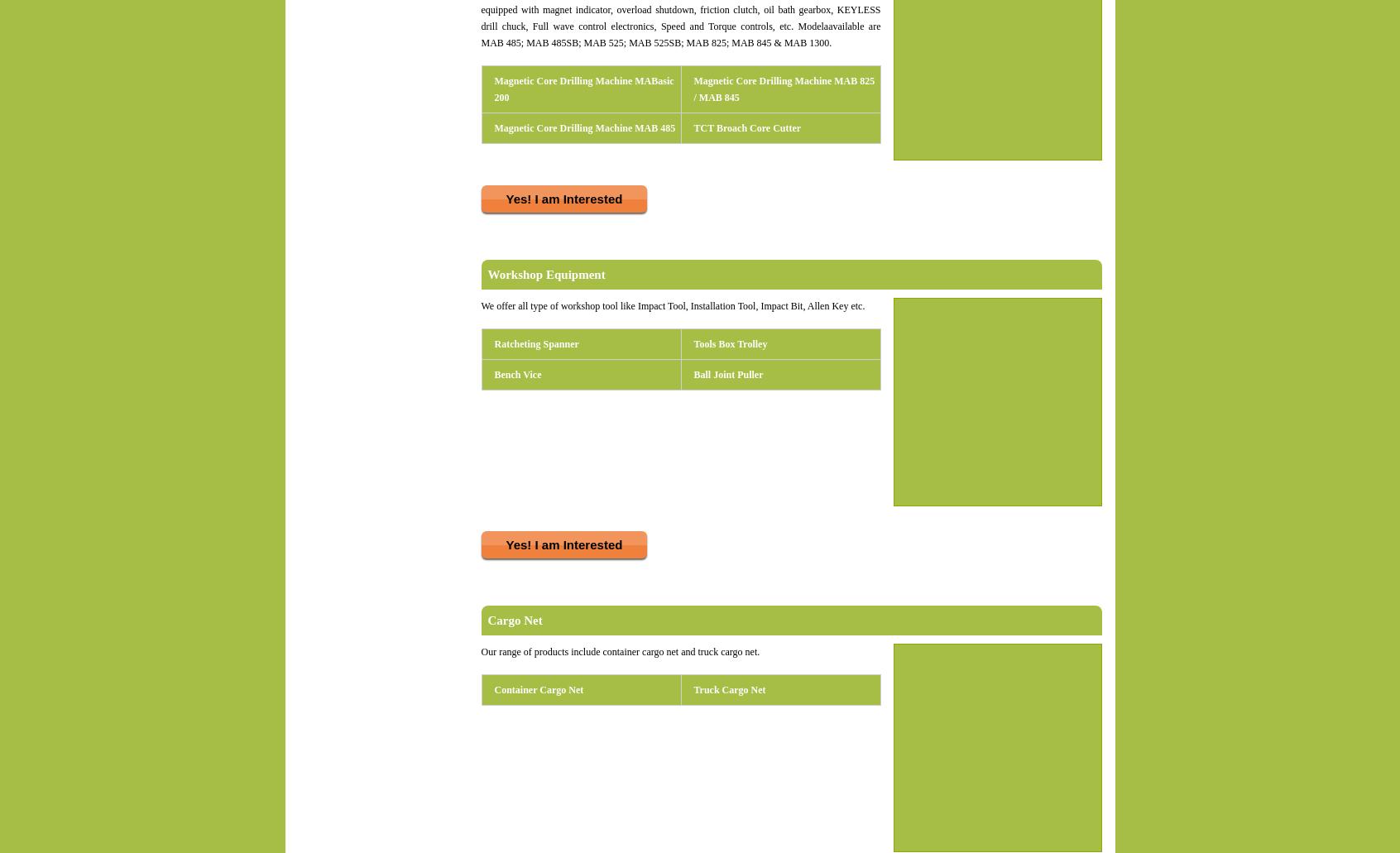  I want to click on 'Workshop Equipment', so click(546, 273).